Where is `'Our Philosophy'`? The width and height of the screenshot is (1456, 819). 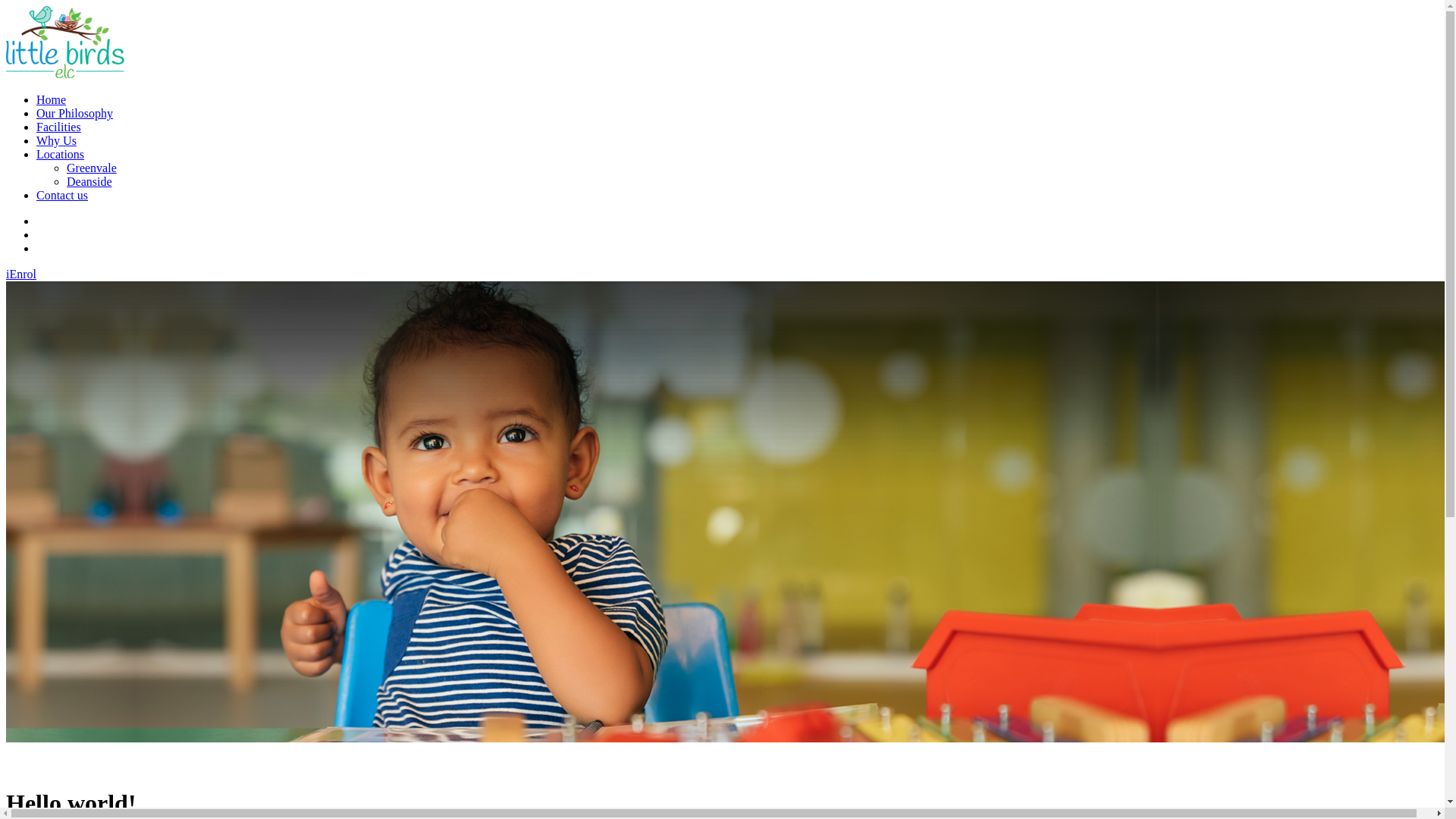 'Our Philosophy' is located at coordinates (74, 112).